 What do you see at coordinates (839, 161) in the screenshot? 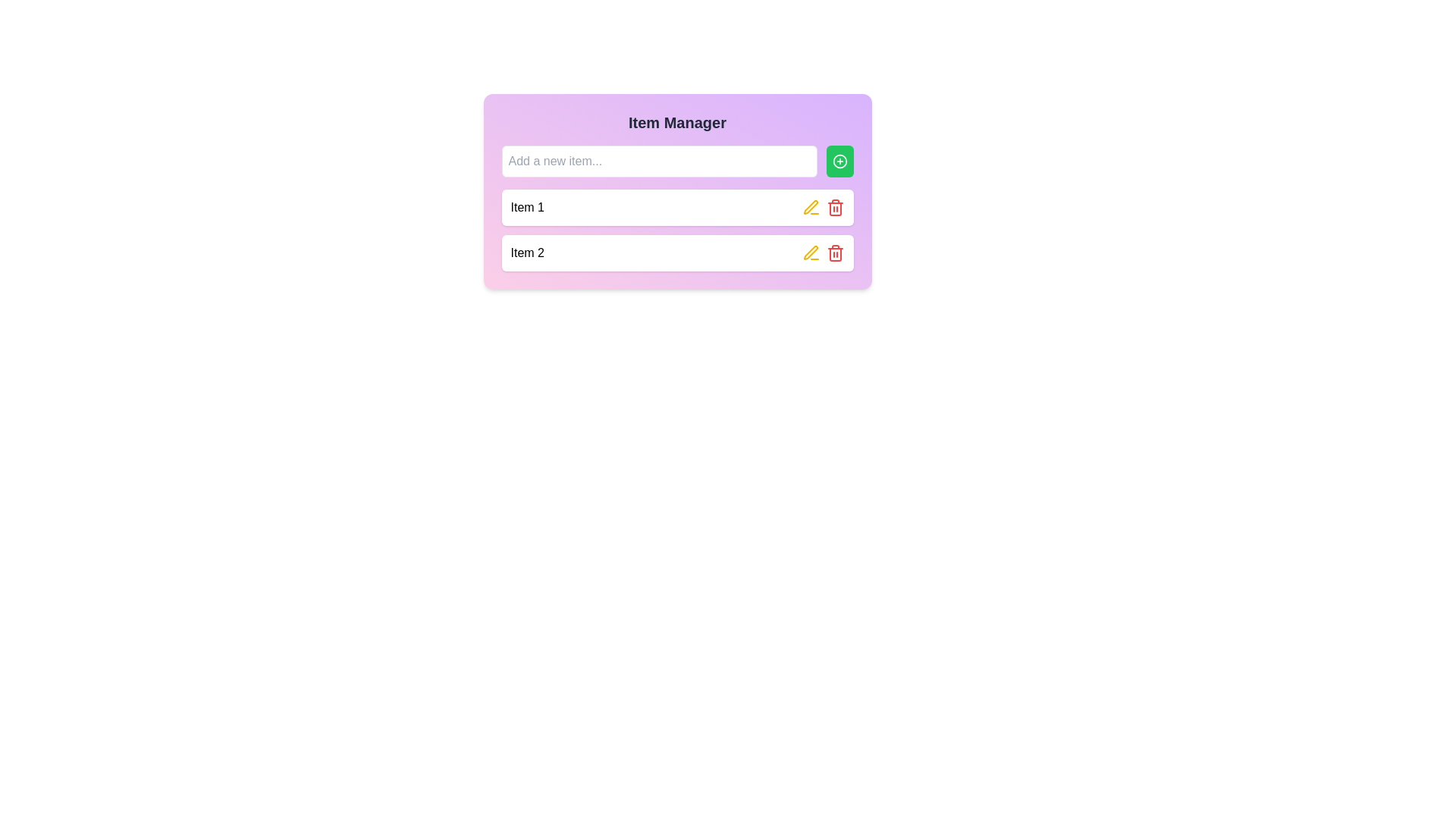
I see `the add or create button located to the immediate right of the 'Add a new item...' input field` at bounding box center [839, 161].